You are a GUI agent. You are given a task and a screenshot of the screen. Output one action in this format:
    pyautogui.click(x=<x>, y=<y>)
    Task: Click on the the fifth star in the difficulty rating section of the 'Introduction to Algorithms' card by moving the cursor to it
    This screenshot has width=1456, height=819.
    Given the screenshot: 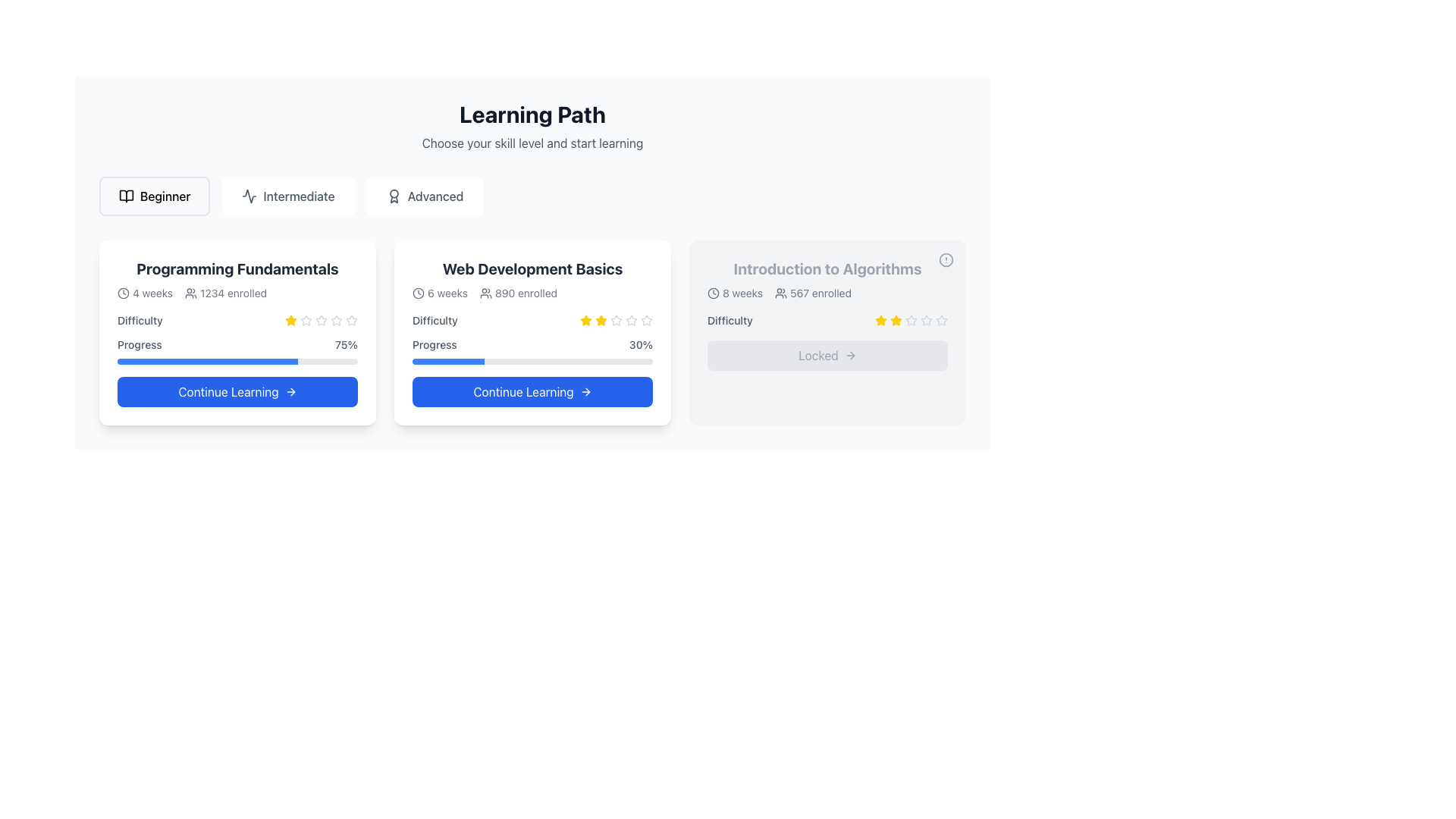 What is the action you would take?
    pyautogui.click(x=941, y=320)
    